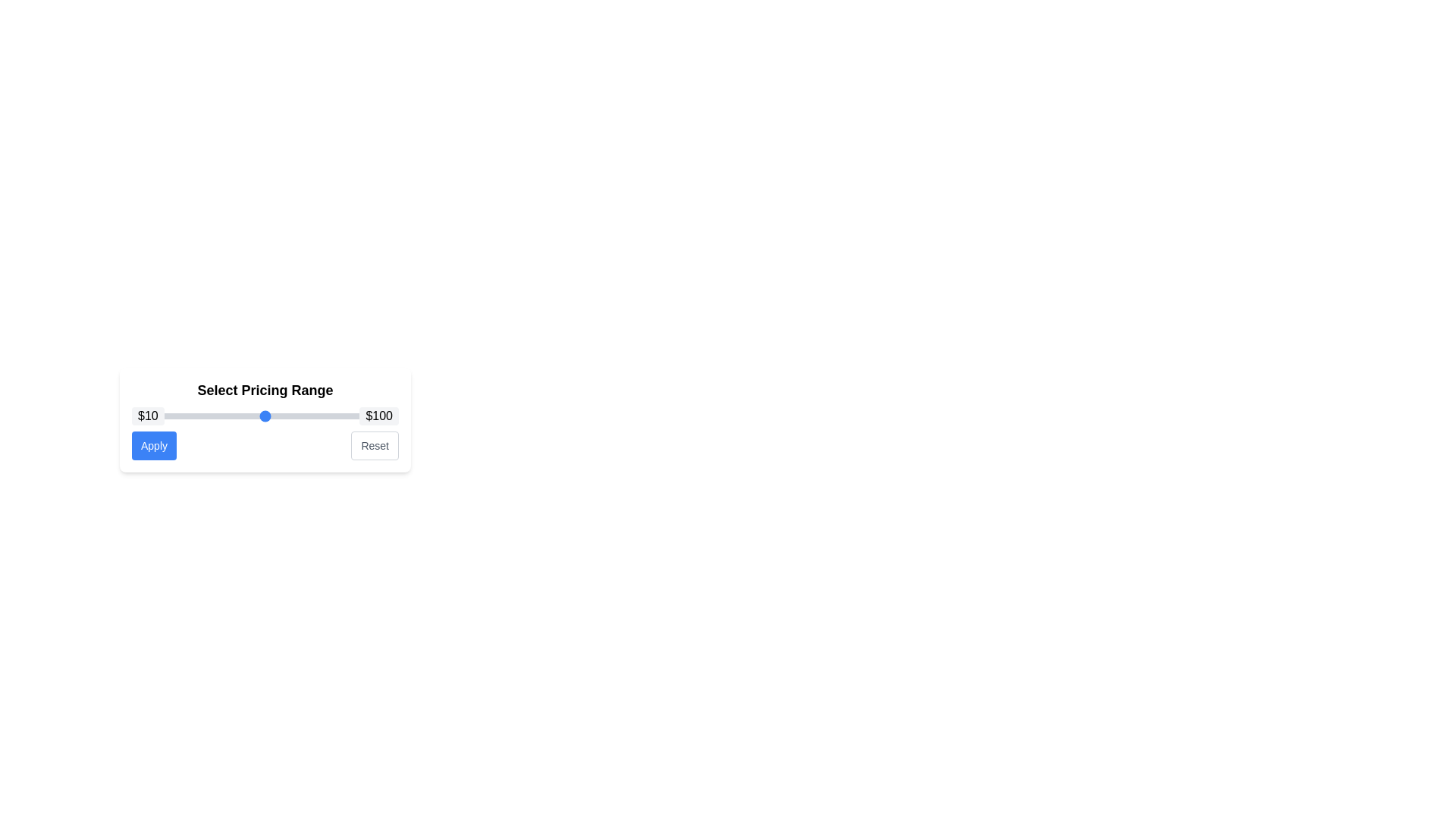 The height and width of the screenshot is (819, 1456). Describe the element at coordinates (341, 416) in the screenshot. I see `price slider` at that location.